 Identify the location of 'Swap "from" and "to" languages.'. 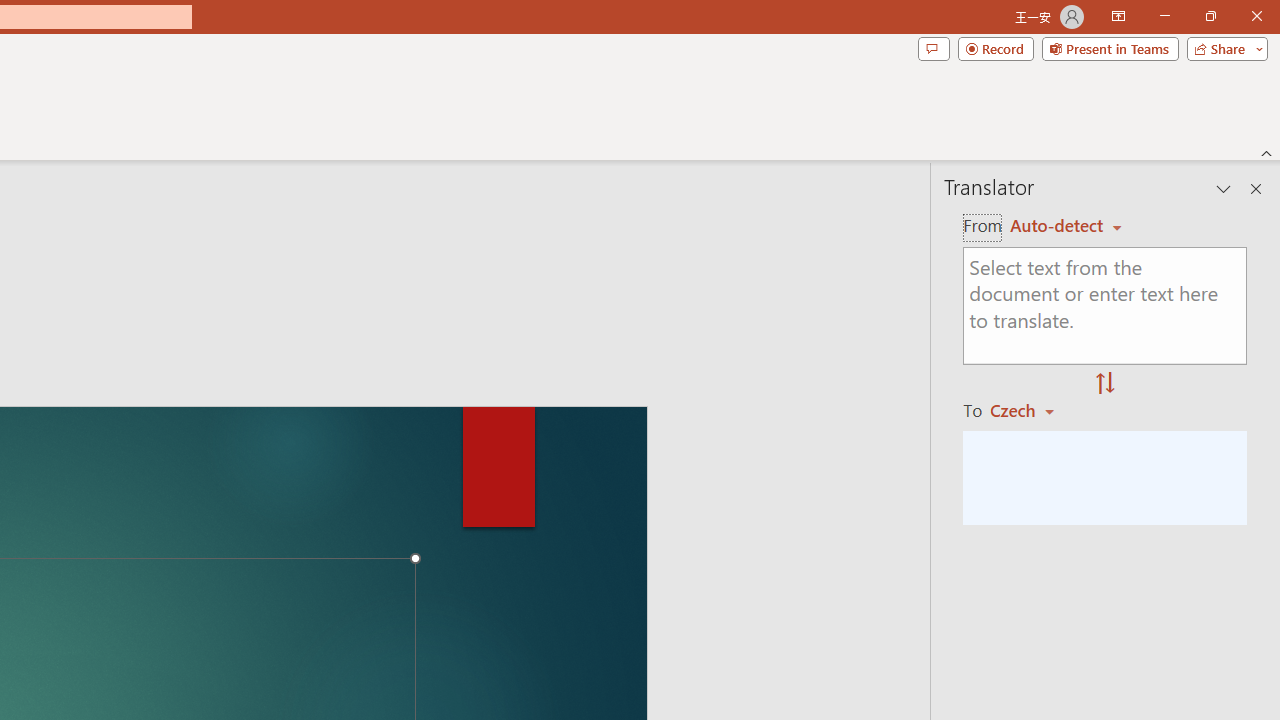
(1104, 384).